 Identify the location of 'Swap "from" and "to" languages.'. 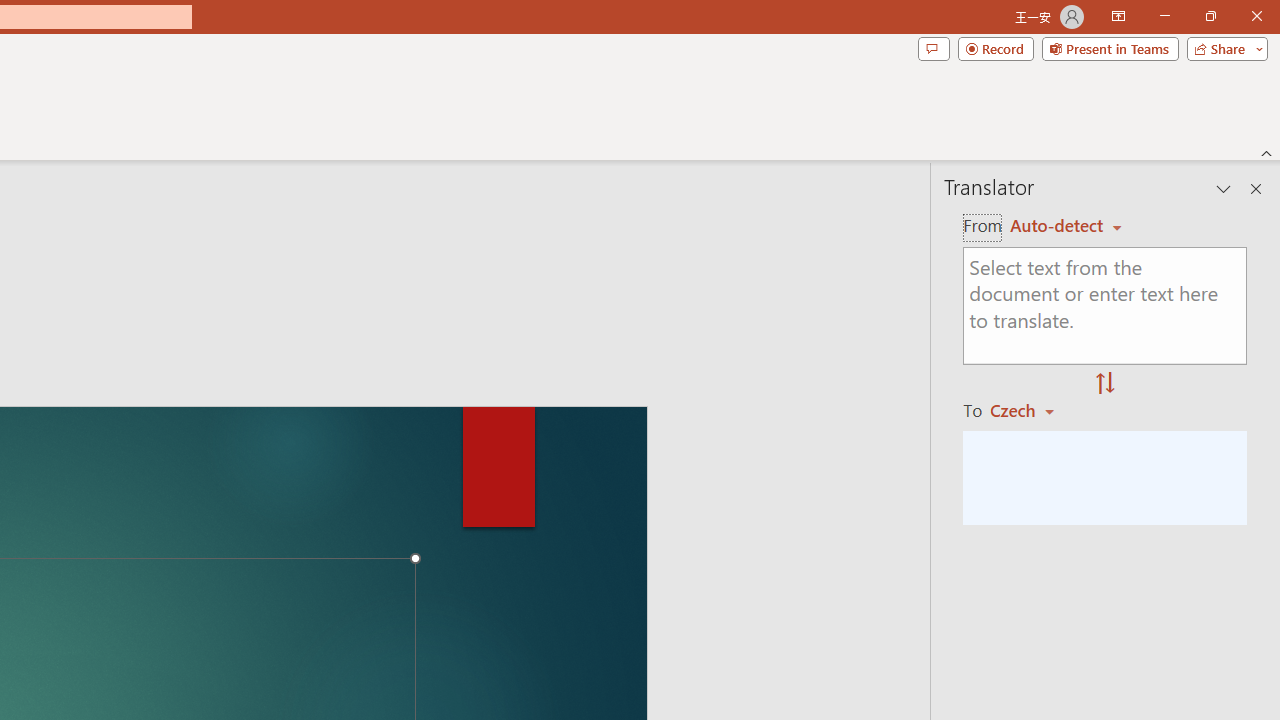
(1104, 384).